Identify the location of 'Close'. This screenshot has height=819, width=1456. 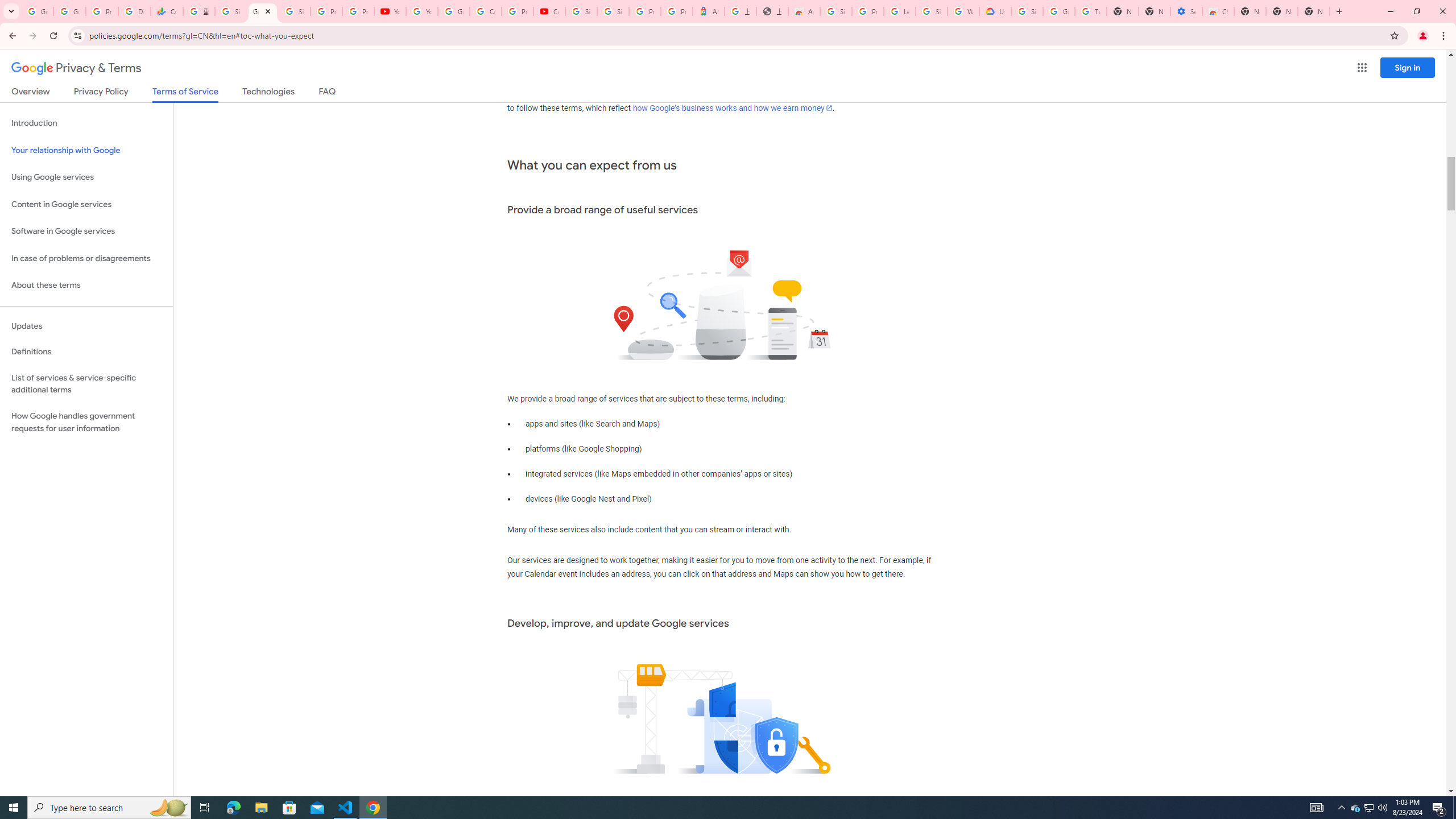
(267, 11).